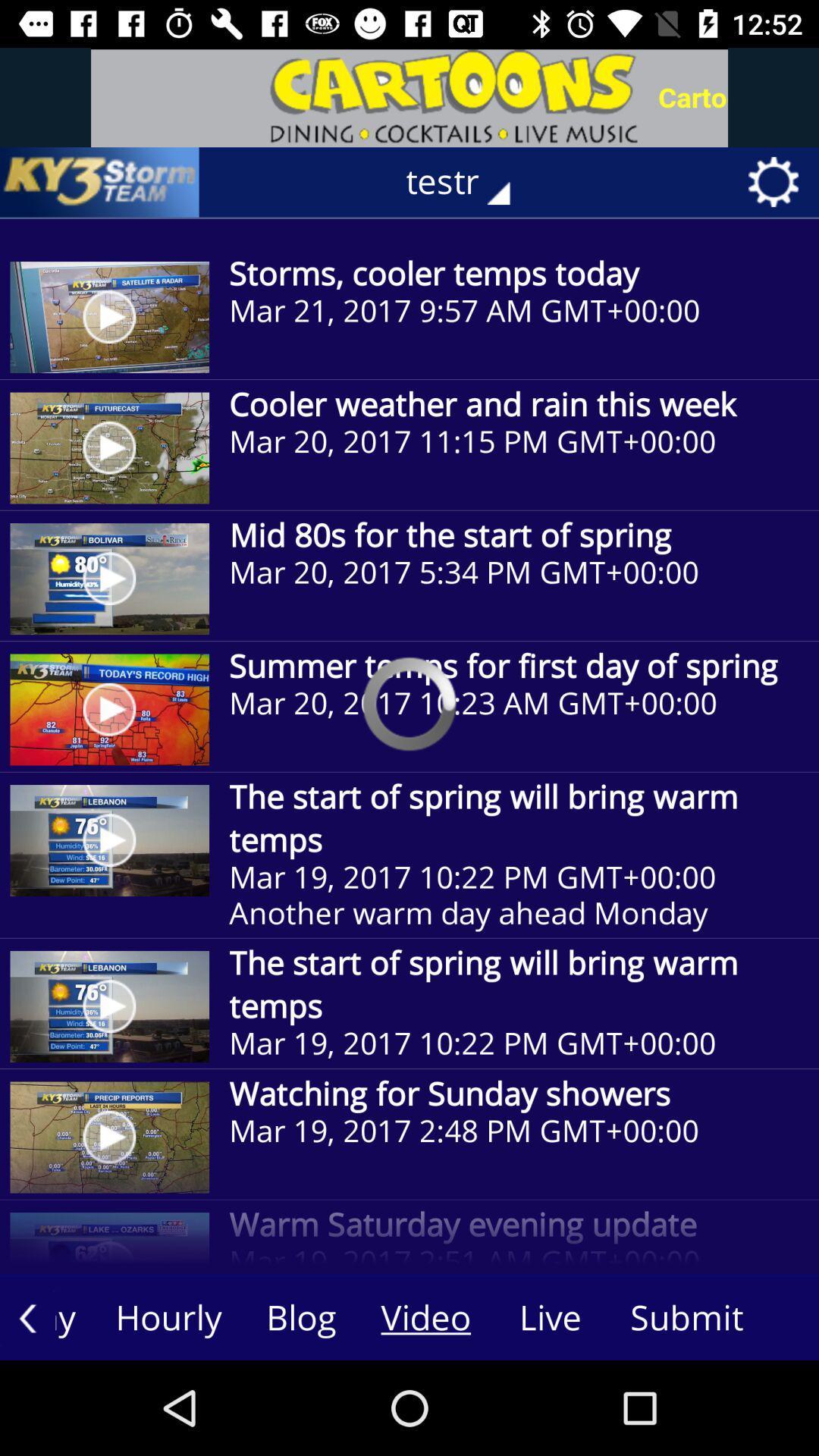  Describe the element at coordinates (99, 182) in the screenshot. I see `icon next to the testr icon` at that location.